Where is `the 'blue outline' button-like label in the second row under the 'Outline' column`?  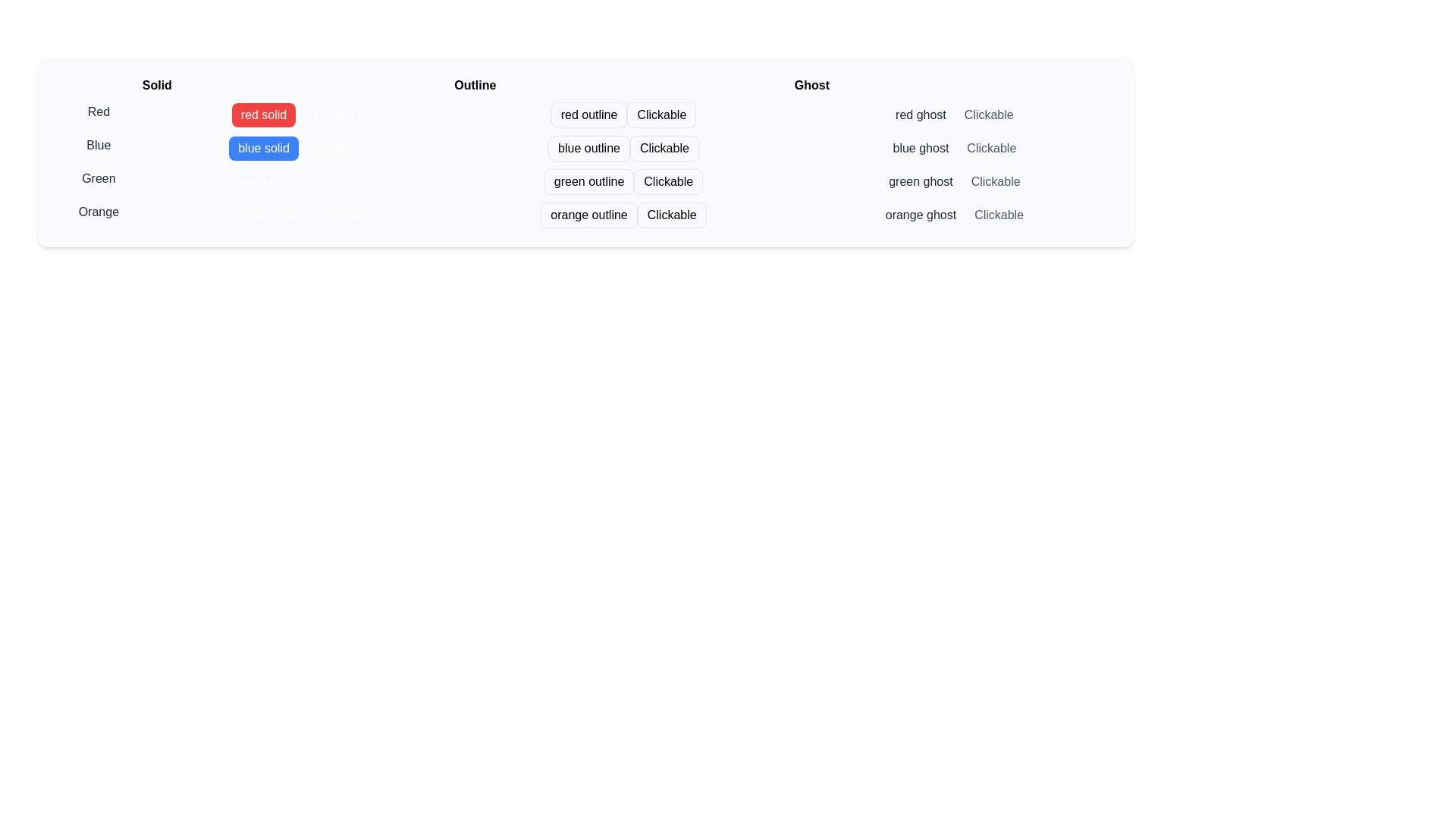
the 'blue outline' button-like label in the second row under the 'Outline' column is located at coordinates (623, 146).